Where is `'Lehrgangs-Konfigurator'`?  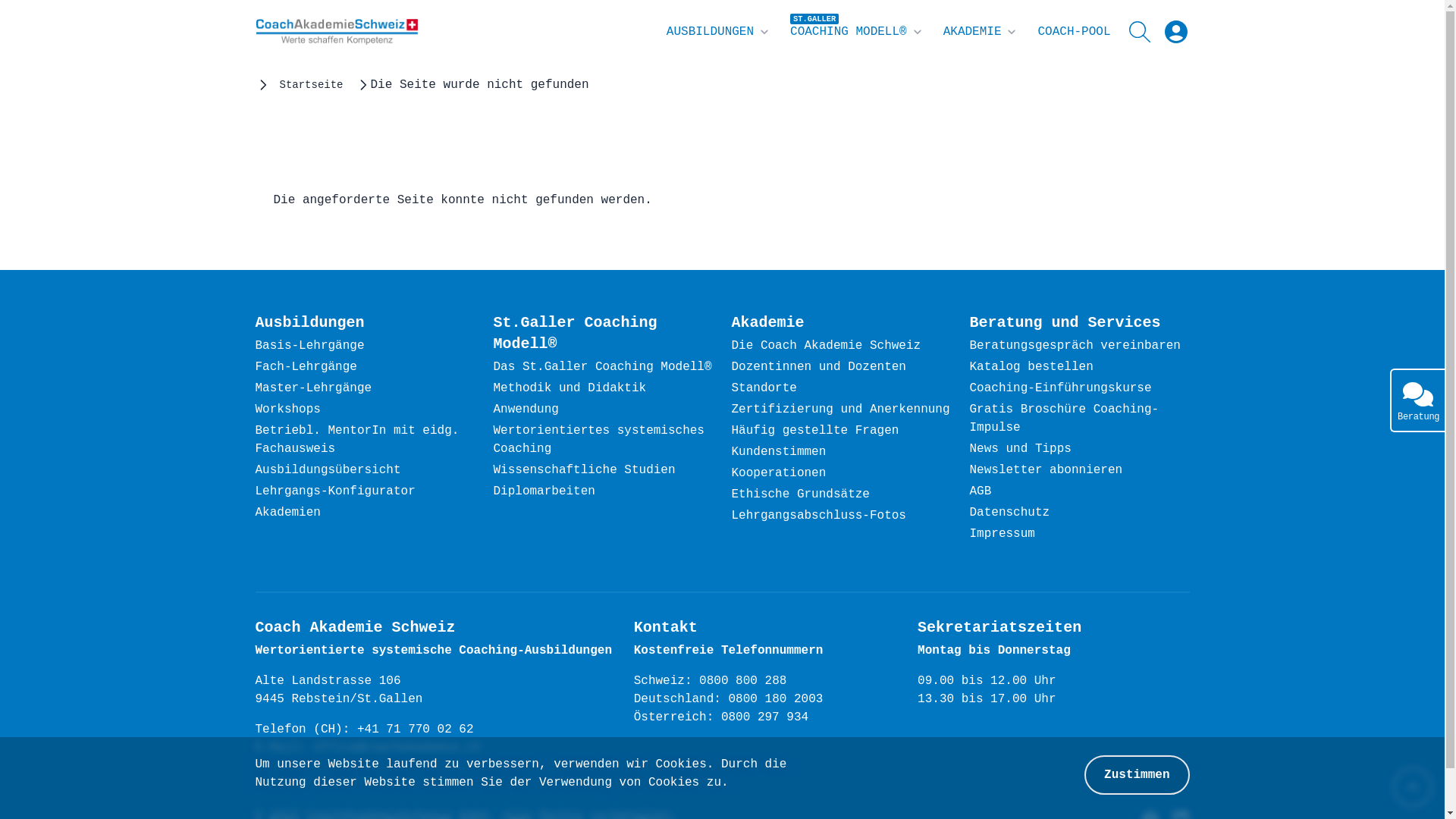
'Lehrgangs-Konfigurator' is located at coordinates (255, 491).